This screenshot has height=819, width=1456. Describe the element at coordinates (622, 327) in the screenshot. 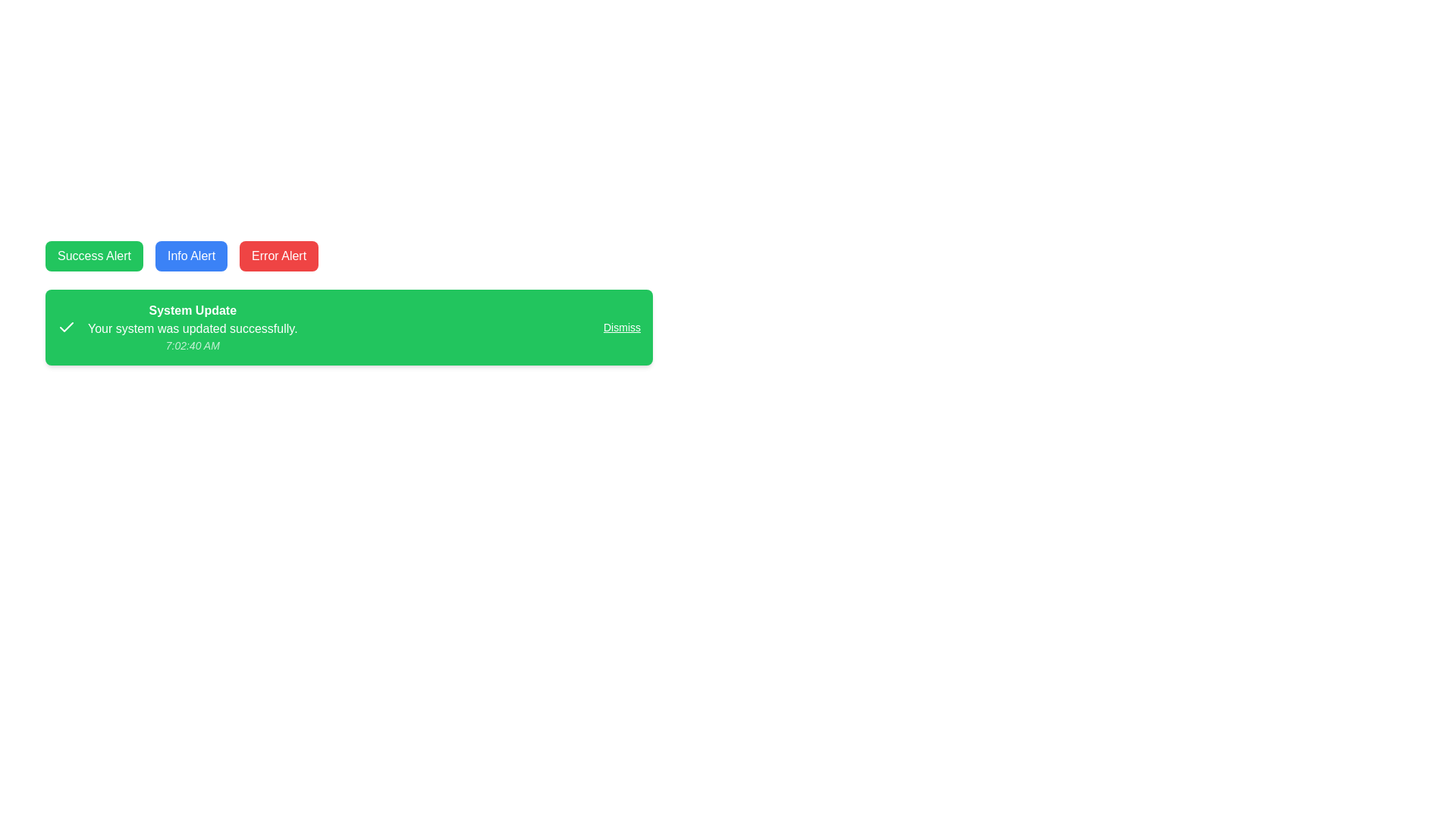

I see `the 'Dismiss' text link button, which is styled in italicized font and underlined` at that location.